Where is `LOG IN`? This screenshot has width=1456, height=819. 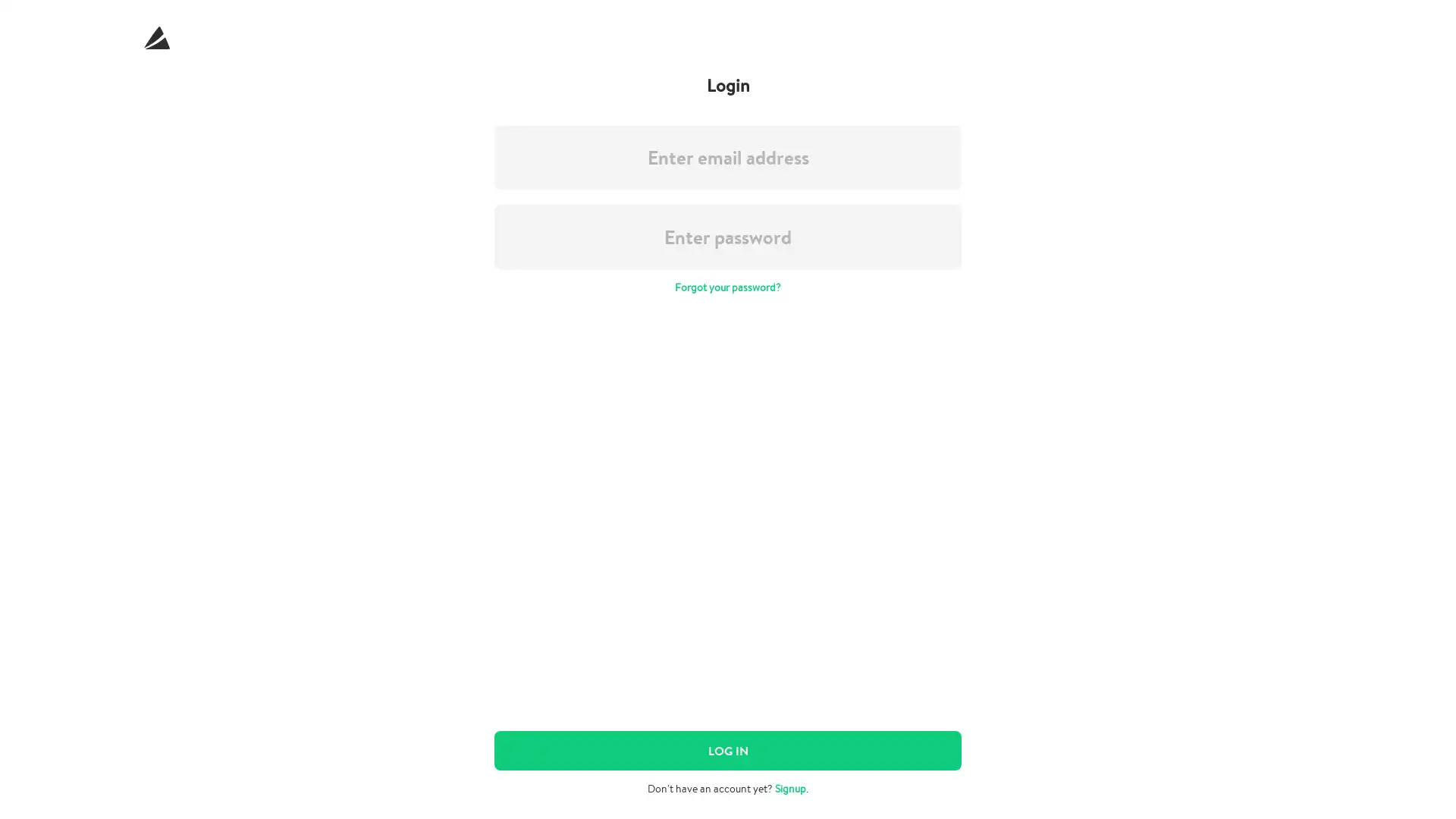
LOG IN is located at coordinates (728, 751).